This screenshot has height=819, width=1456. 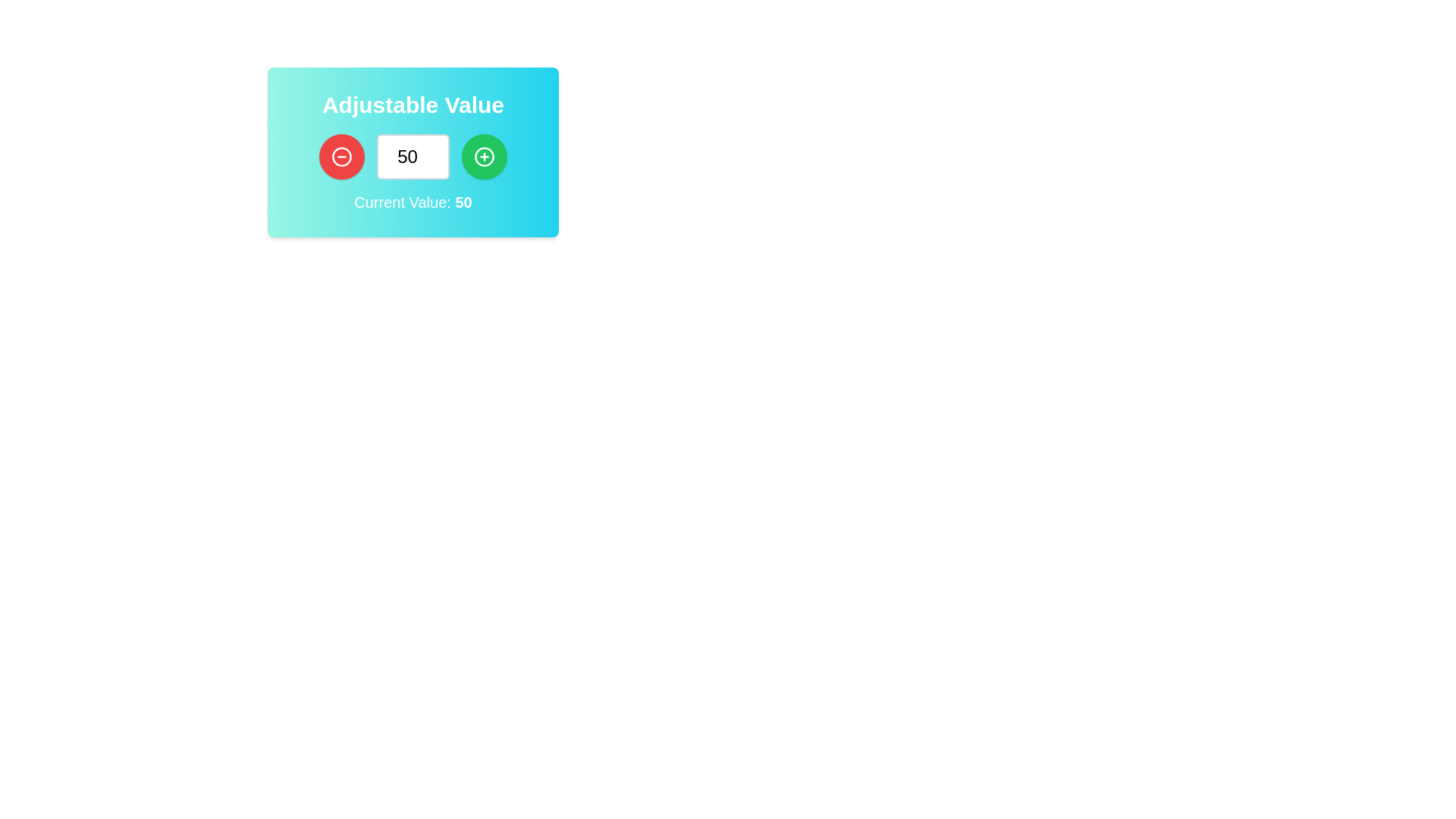 I want to click on the rounded green button with a white plus icon, so click(x=483, y=157).